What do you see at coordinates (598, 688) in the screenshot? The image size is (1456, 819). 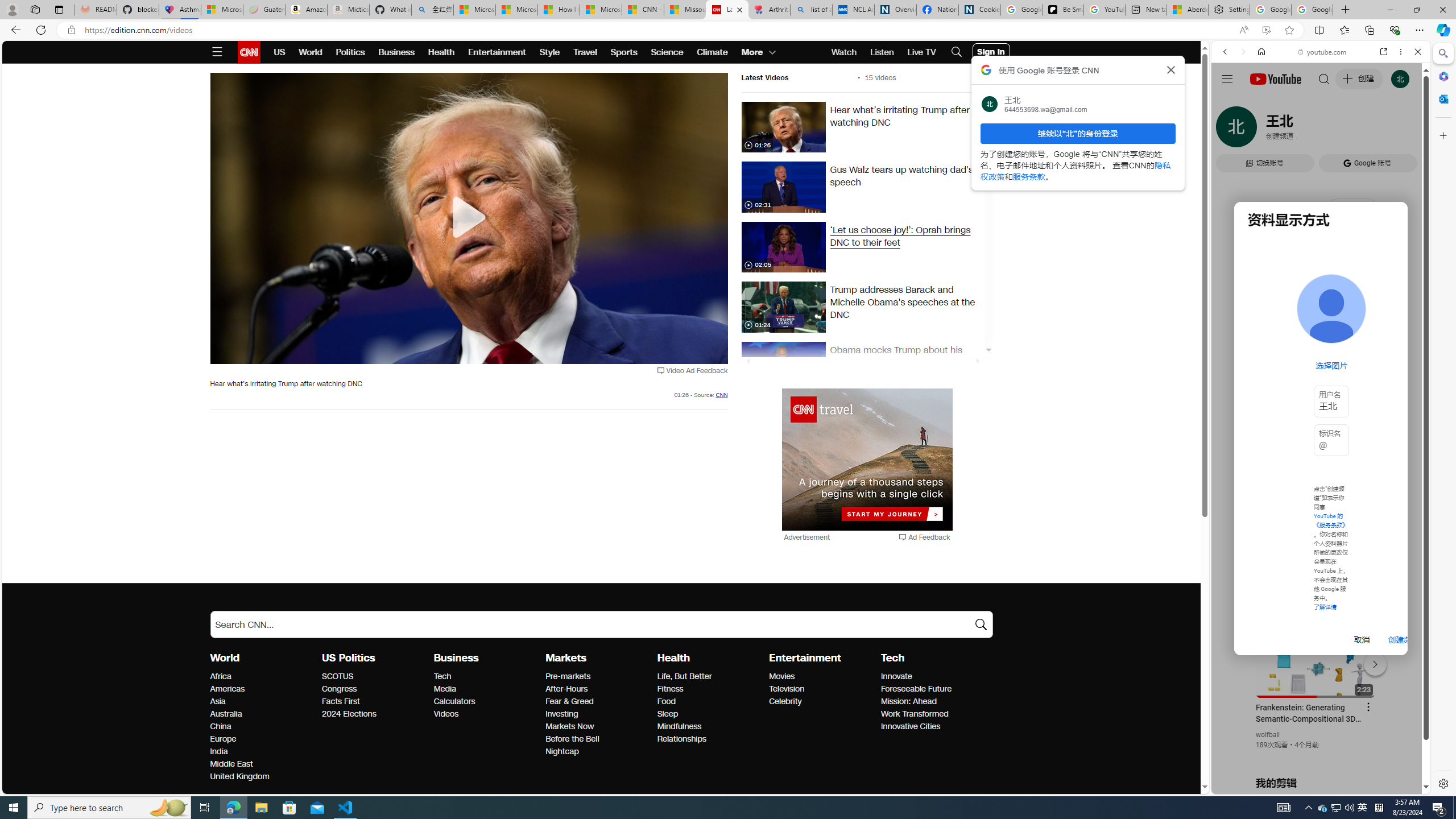 I see `'After-Hours'` at bounding box center [598, 688].